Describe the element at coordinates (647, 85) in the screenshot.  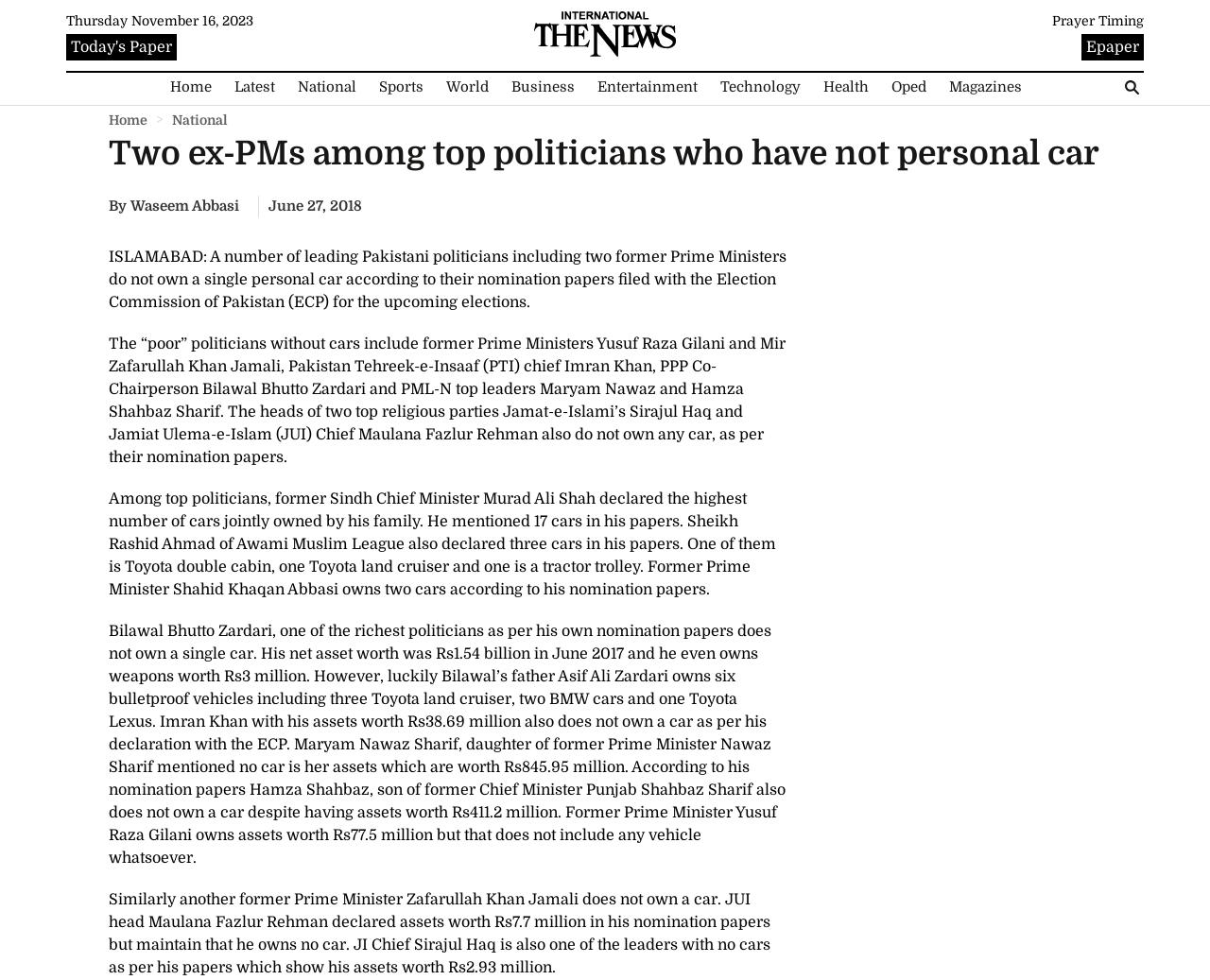
I see `'Entertainment'` at that location.